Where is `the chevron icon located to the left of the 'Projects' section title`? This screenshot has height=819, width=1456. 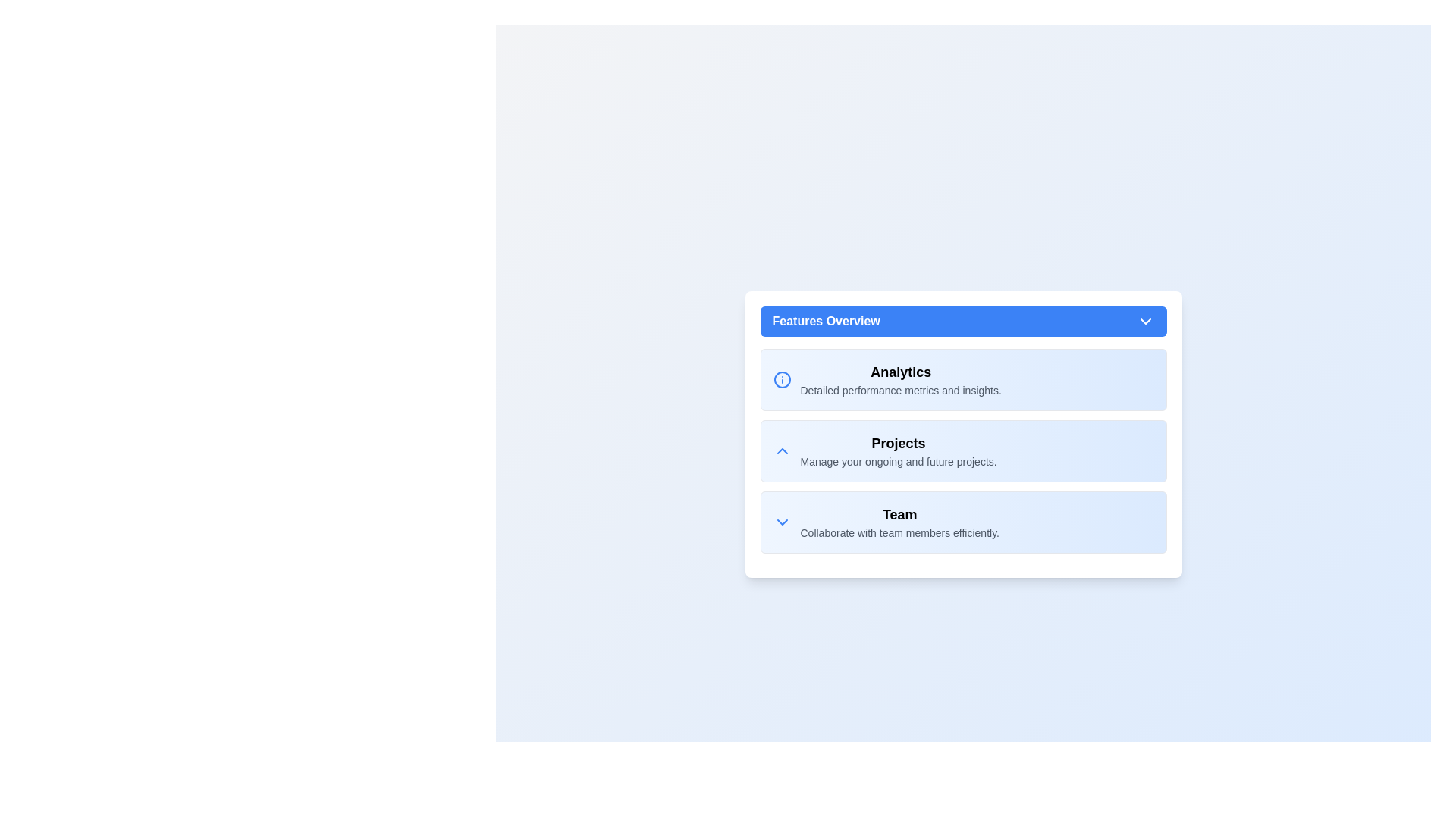
the chevron icon located to the left of the 'Projects' section title is located at coordinates (782, 450).